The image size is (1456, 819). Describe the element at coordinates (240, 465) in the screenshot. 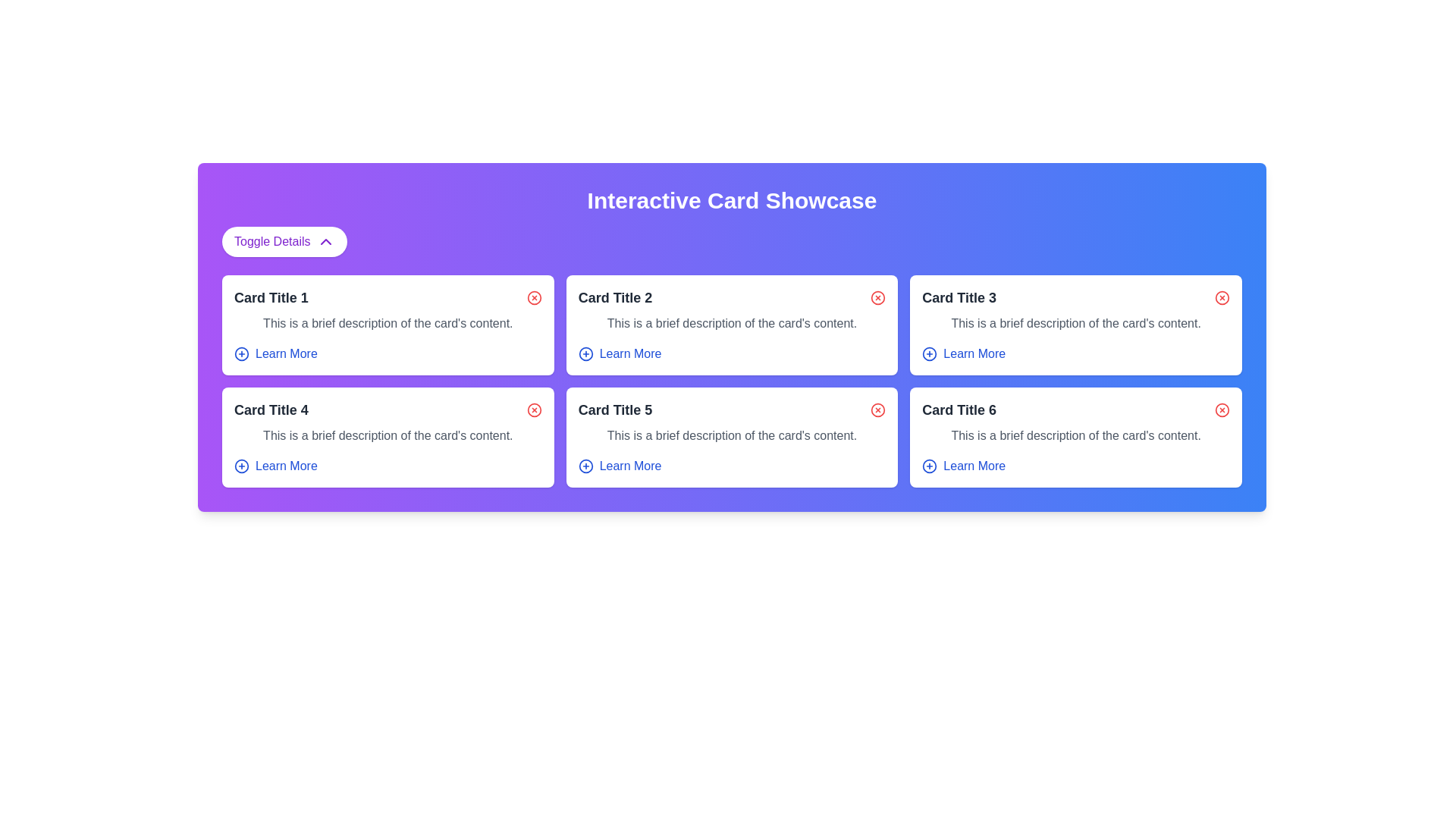

I see `the expandable icon (SVG) located before the 'Learn More' text link in 'Card Title 4'` at that location.